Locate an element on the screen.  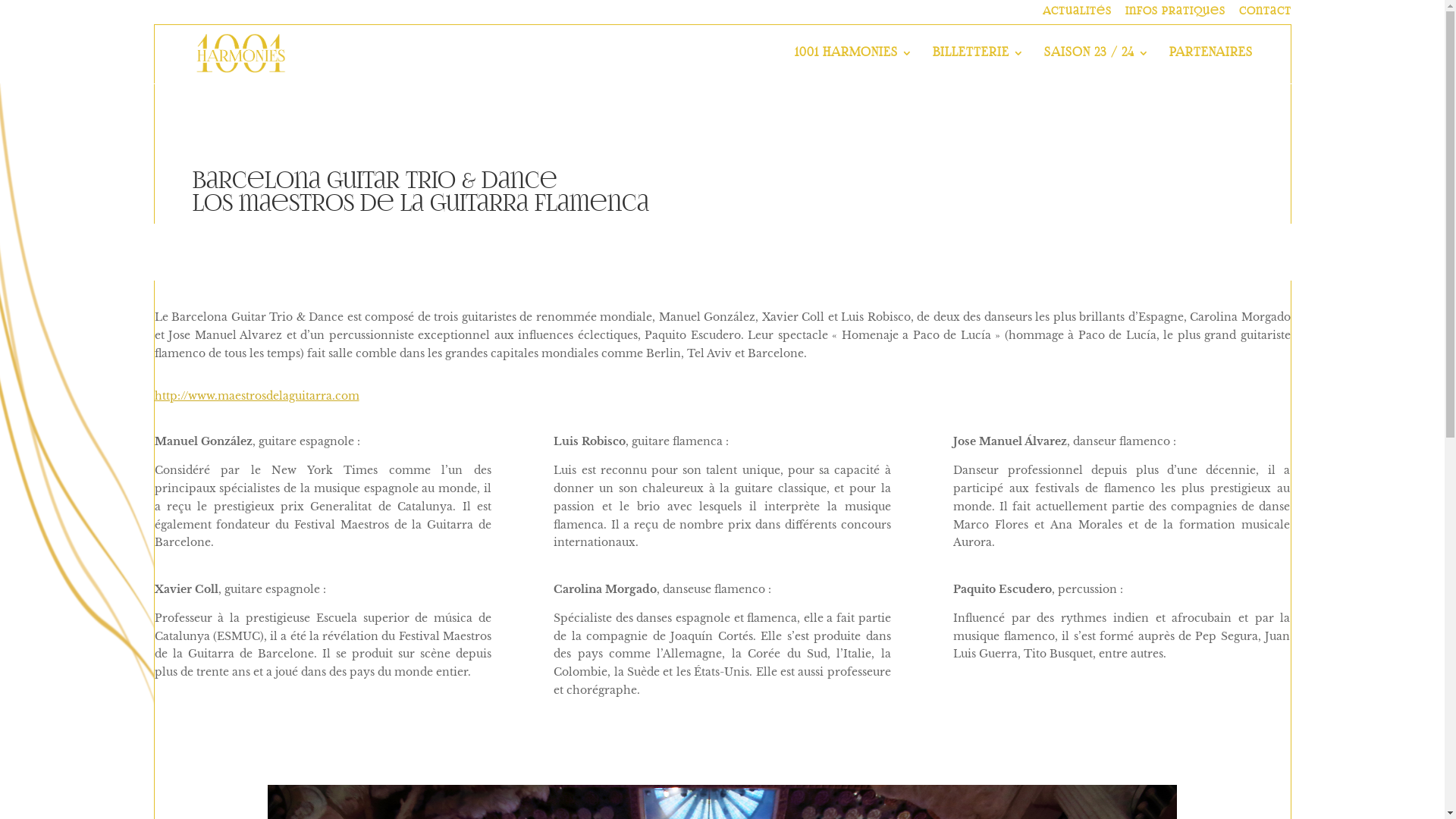
'1001 HARMONIES' is located at coordinates (854, 64).